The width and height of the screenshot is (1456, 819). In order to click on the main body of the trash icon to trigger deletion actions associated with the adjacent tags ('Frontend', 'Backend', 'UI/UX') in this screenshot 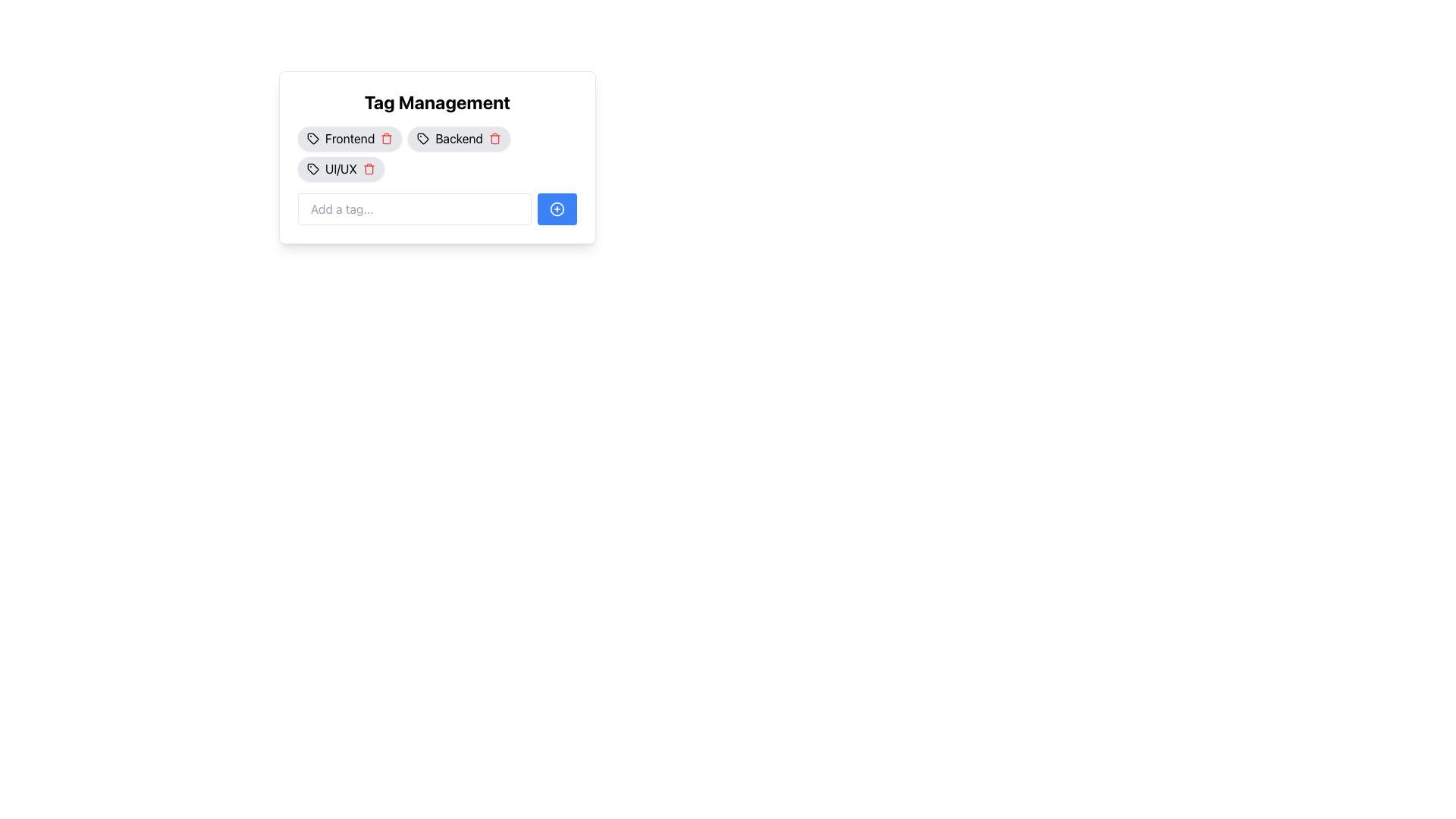, I will do `click(369, 169)`.